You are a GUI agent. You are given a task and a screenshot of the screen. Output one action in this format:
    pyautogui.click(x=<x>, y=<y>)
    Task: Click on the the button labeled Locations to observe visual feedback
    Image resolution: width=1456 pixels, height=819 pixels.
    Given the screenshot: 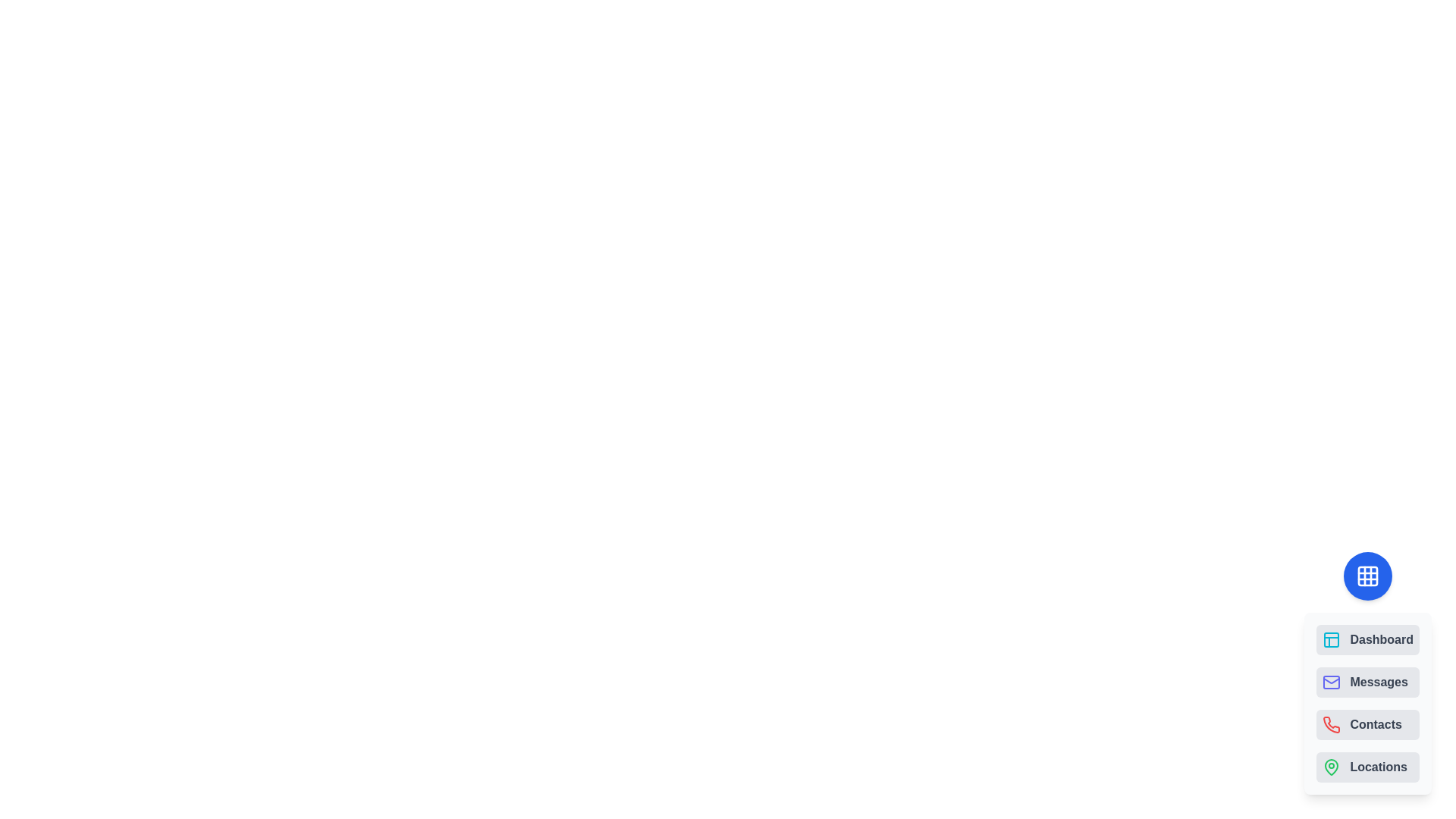 What is the action you would take?
    pyautogui.click(x=1368, y=767)
    